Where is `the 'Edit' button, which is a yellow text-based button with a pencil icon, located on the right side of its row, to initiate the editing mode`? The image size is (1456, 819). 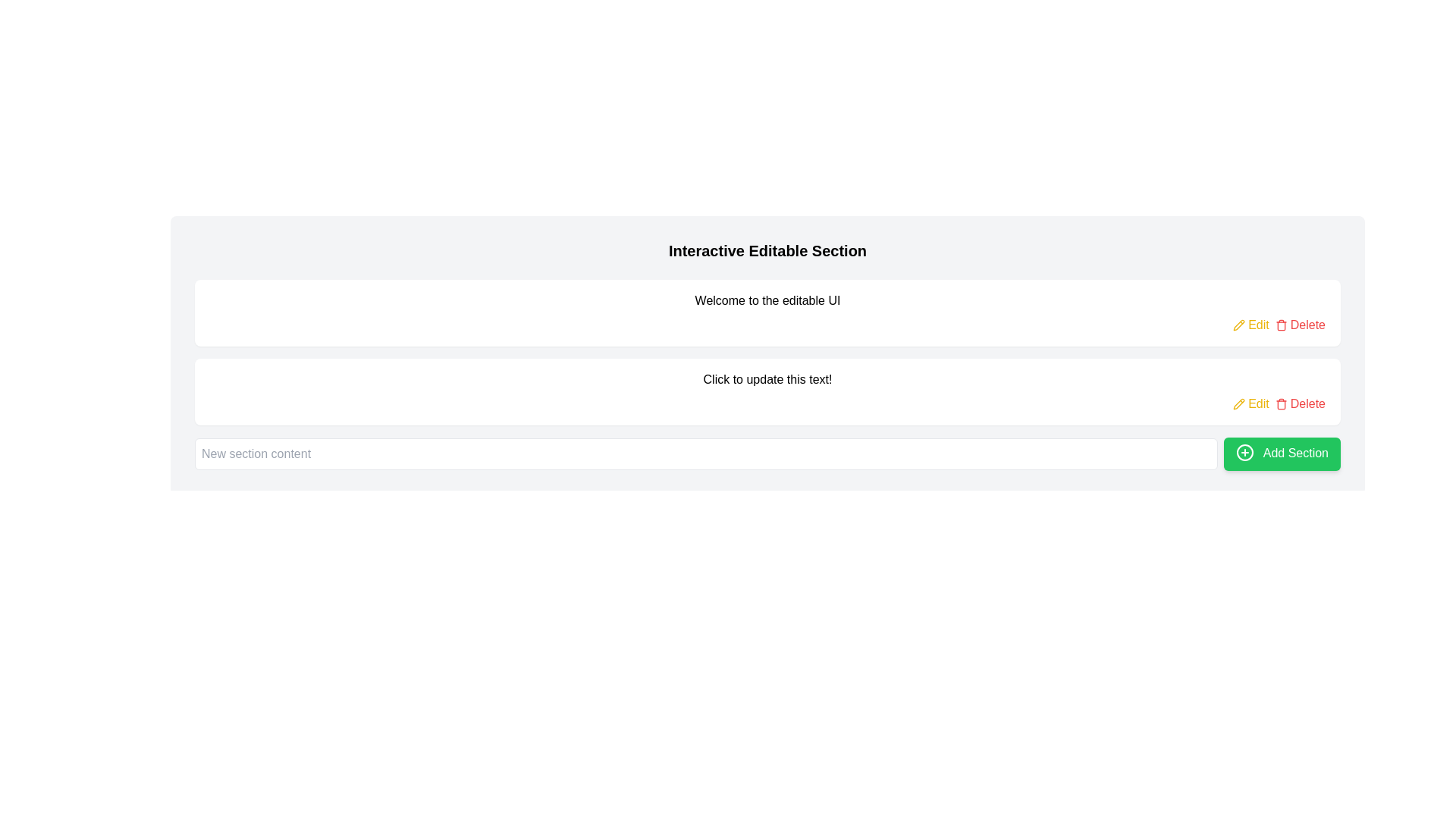 the 'Edit' button, which is a yellow text-based button with a pencil icon, located on the right side of its row, to initiate the editing mode is located at coordinates (1251, 403).